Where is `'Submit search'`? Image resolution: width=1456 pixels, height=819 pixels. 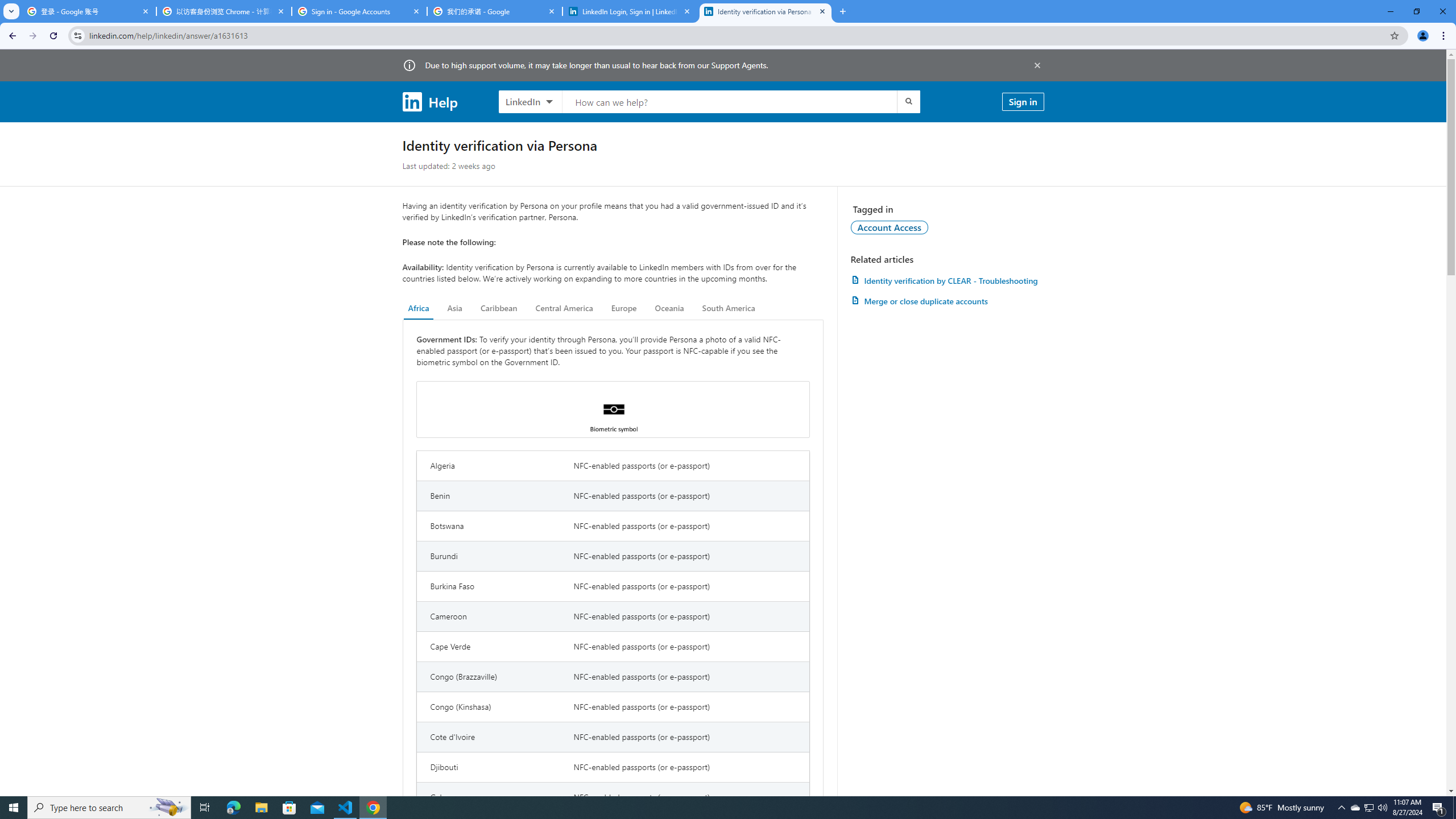
'Submit search' is located at coordinates (908, 101).